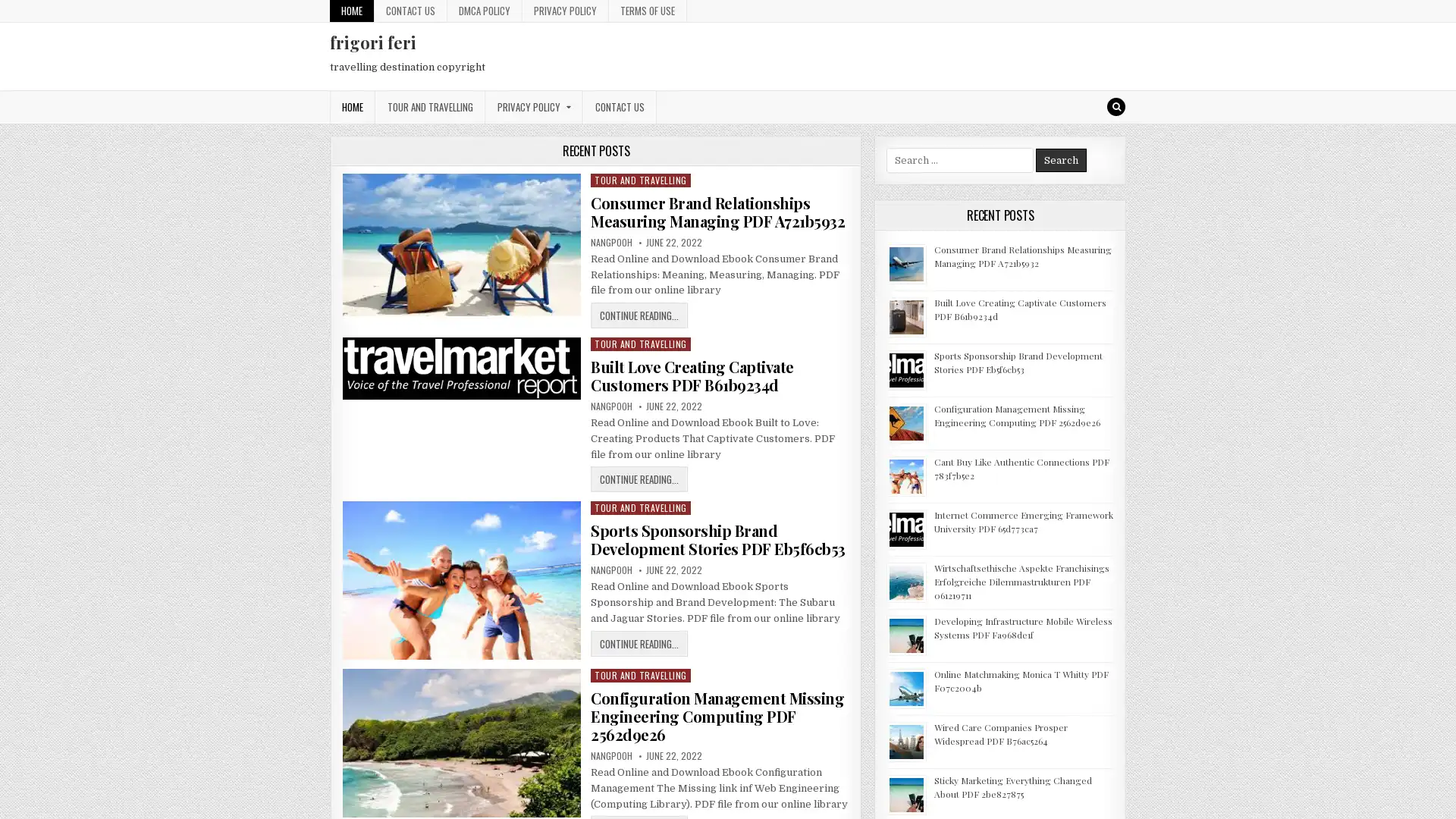 The width and height of the screenshot is (1456, 819). I want to click on Search, so click(1060, 160).